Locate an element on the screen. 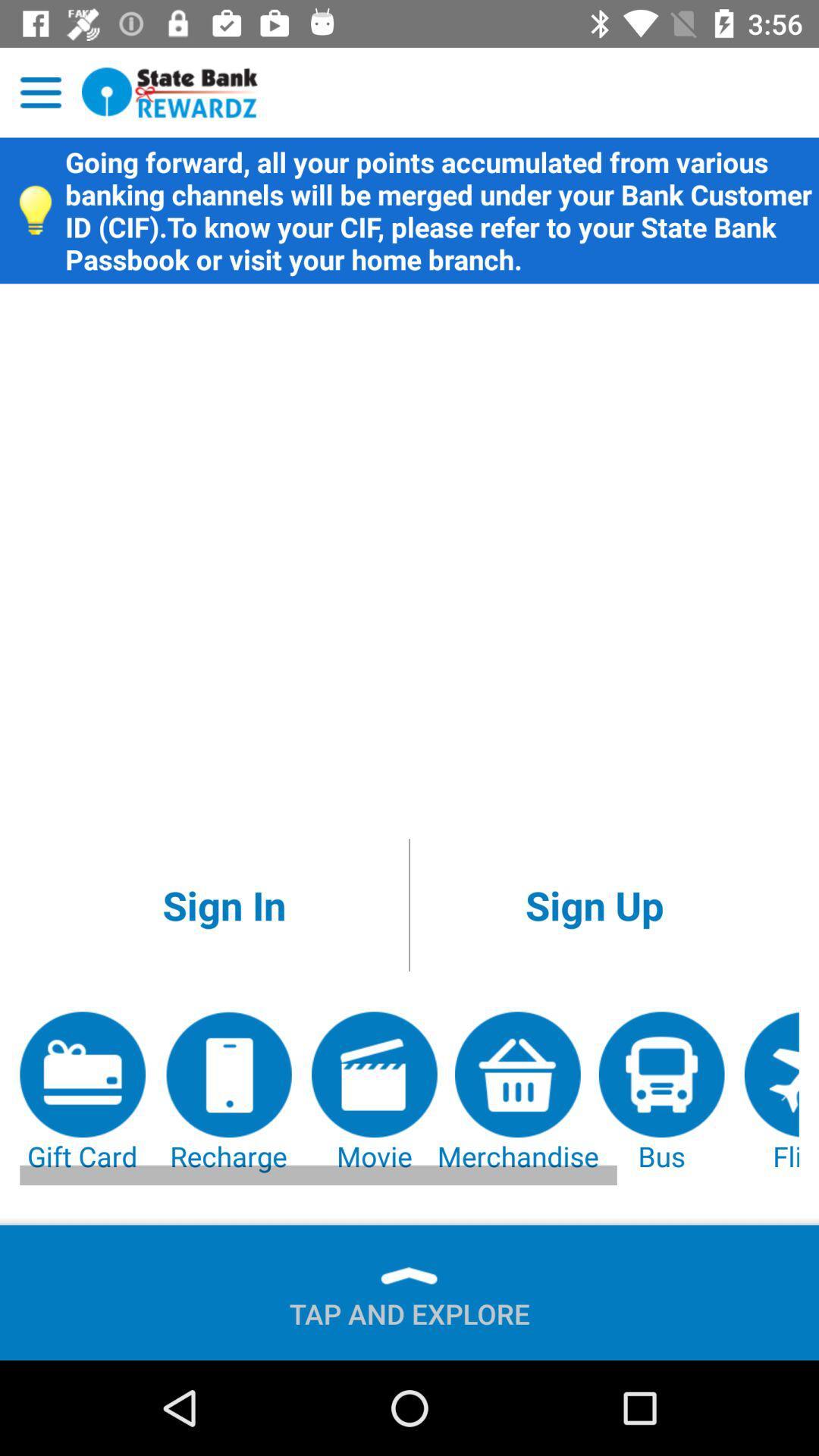  item below the going forward all item is located at coordinates (224, 905).